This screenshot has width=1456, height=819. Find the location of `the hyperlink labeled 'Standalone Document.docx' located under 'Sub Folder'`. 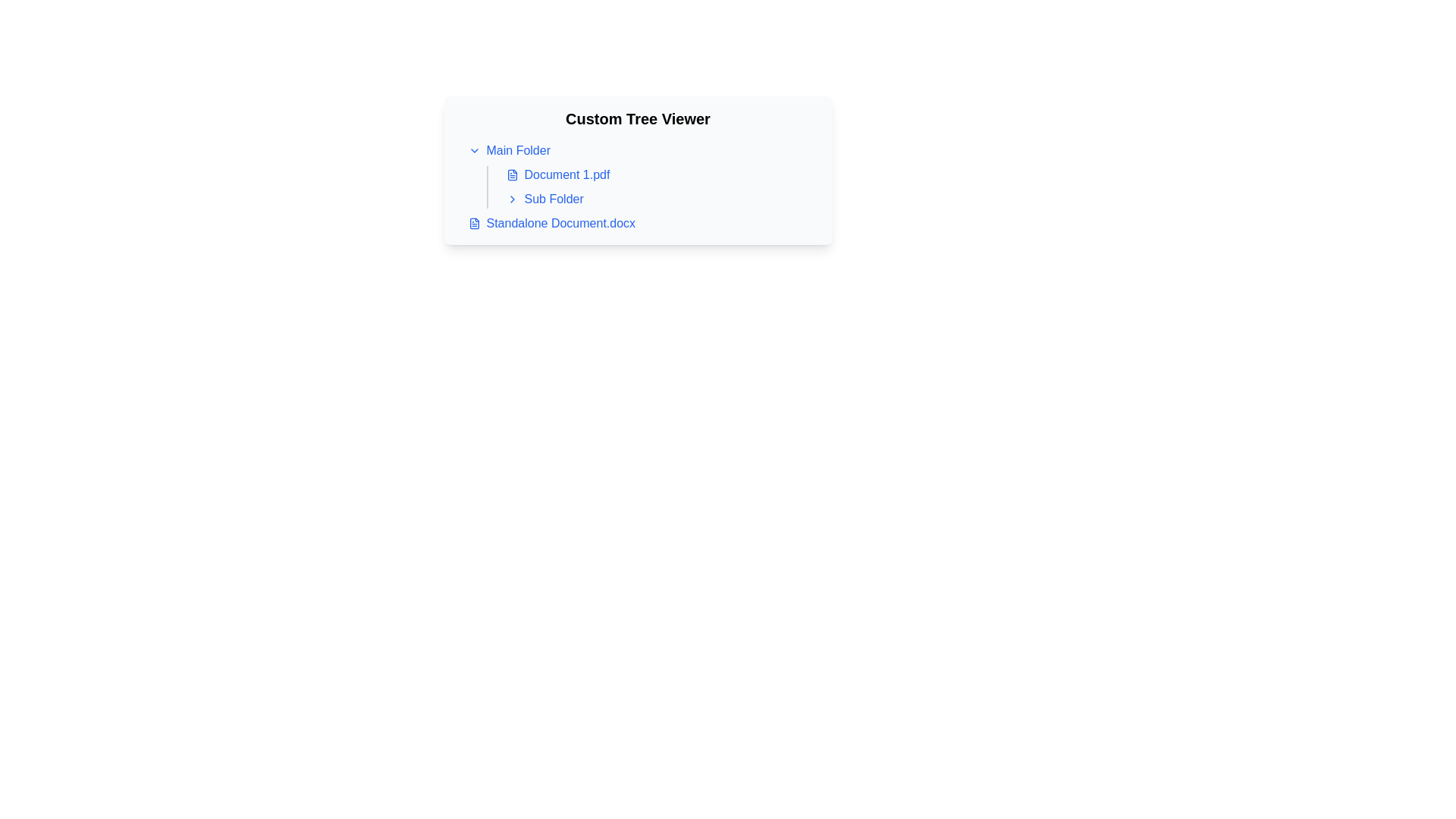

the hyperlink labeled 'Standalone Document.docx' located under 'Sub Folder' is located at coordinates (560, 223).